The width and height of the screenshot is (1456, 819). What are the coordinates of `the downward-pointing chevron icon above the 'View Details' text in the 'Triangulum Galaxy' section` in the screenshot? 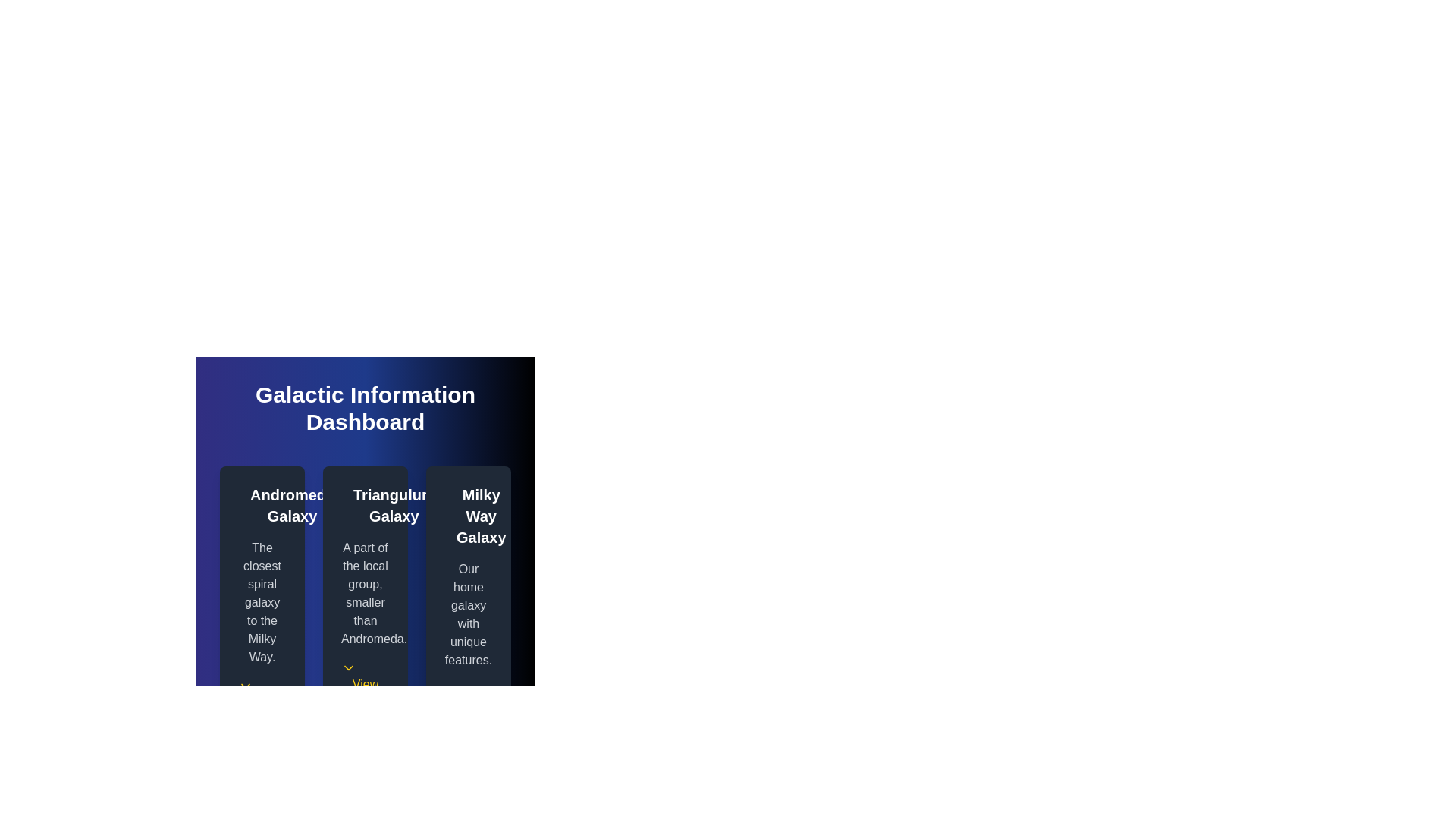 It's located at (348, 667).